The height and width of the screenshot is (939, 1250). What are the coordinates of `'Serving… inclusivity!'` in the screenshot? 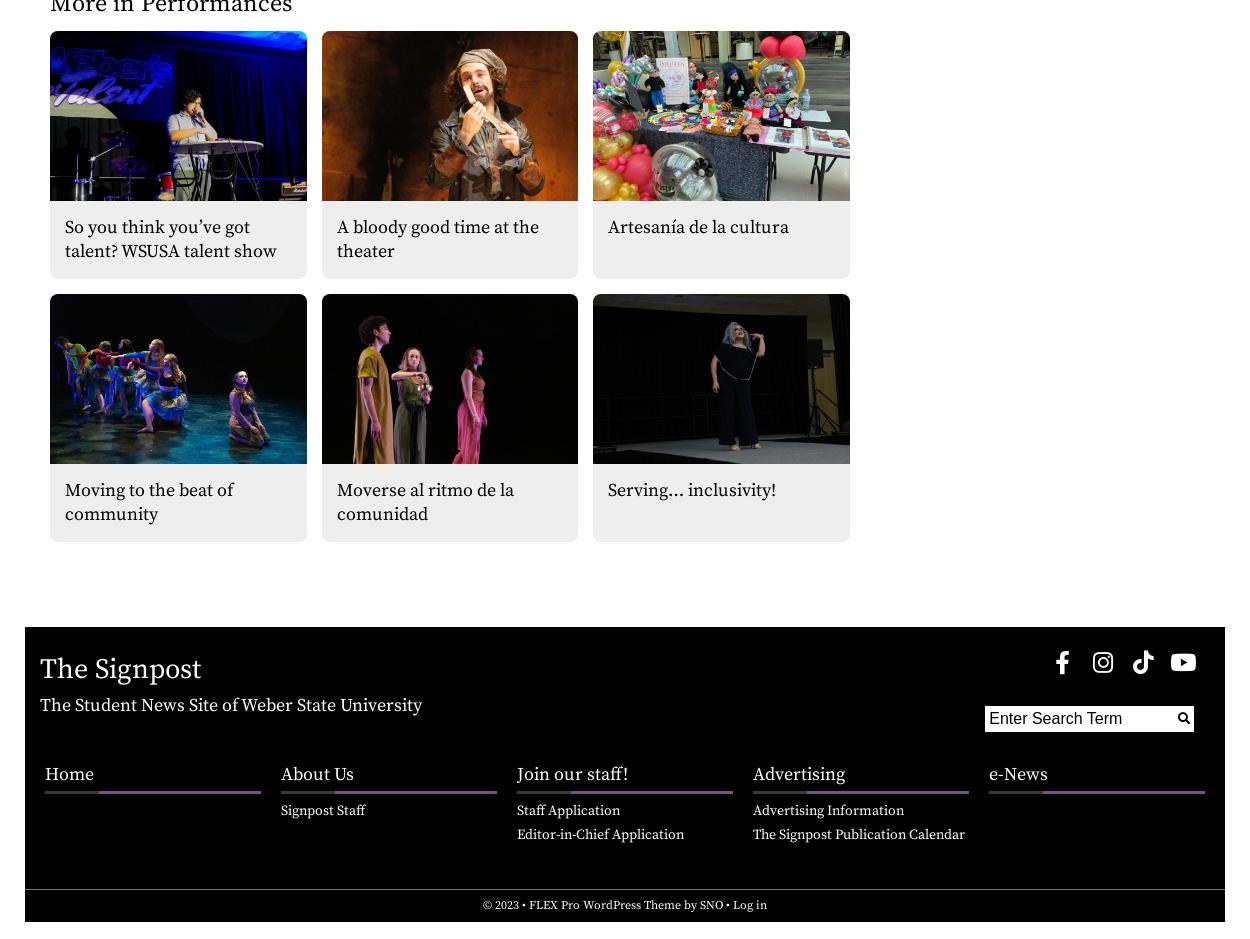 It's located at (691, 488).